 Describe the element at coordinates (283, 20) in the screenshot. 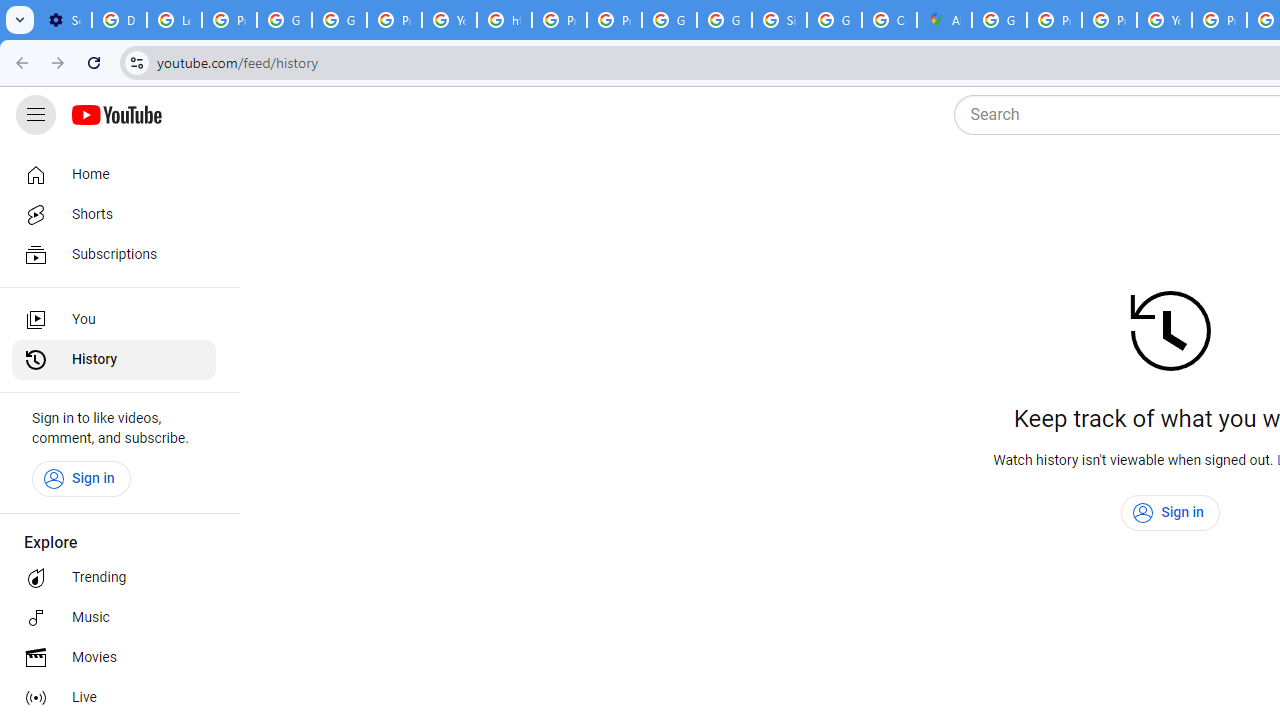

I see `'Google Account Help'` at that location.